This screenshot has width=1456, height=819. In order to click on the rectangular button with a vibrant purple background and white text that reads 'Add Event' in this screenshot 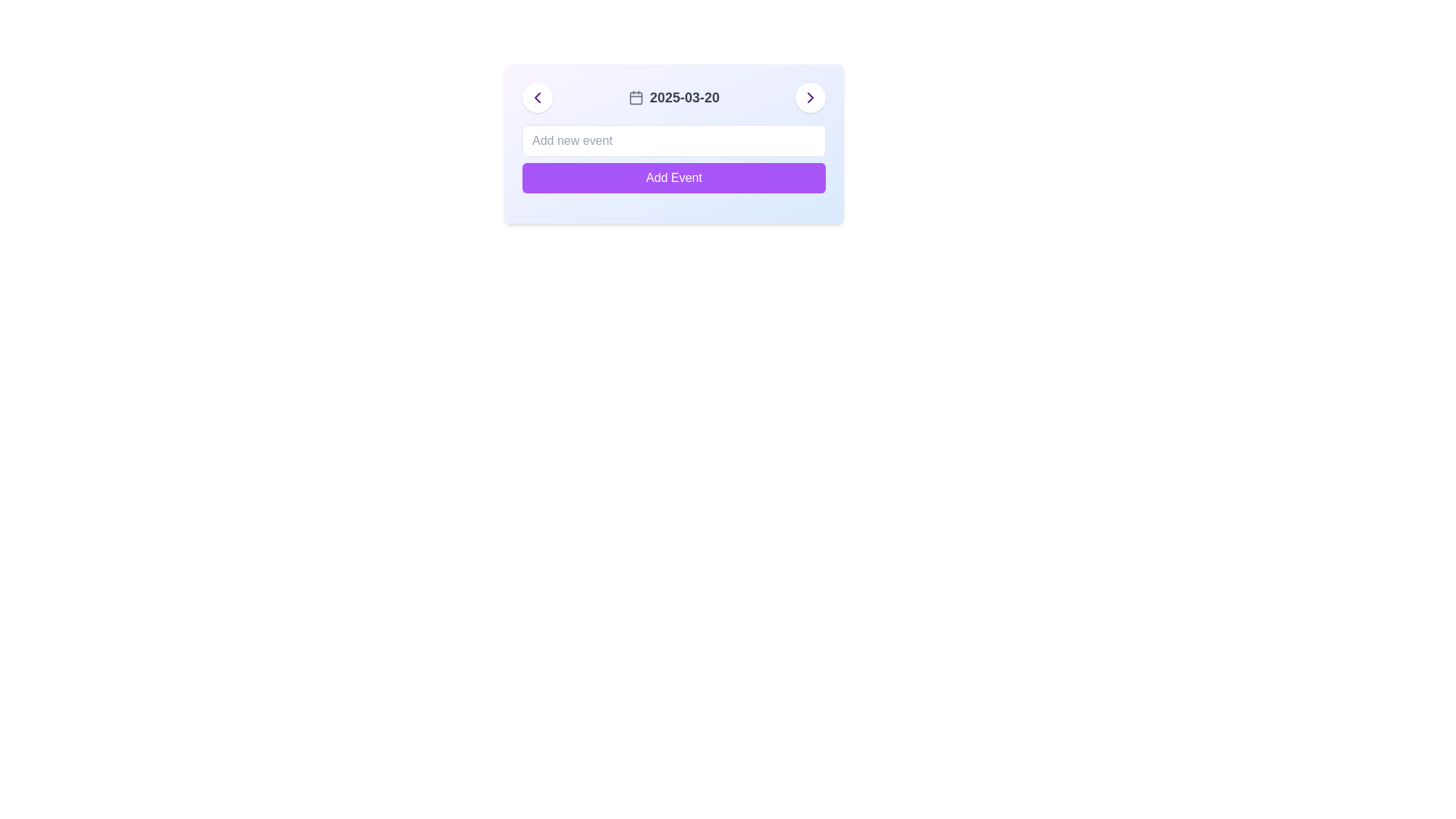, I will do `click(673, 177)`.